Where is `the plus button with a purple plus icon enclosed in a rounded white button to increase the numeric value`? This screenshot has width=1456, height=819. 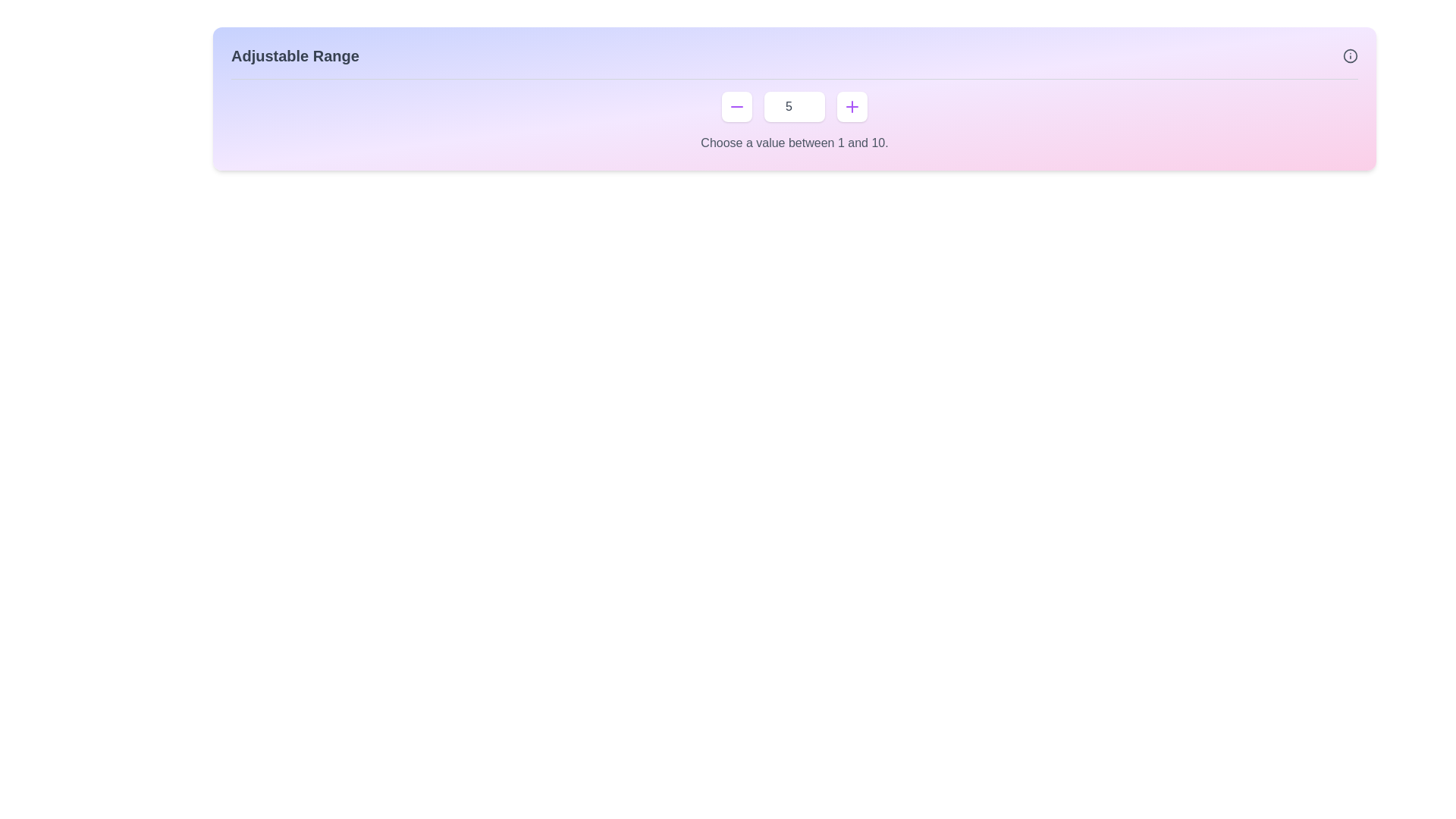
the plus button with a purple plus icon enclosed in a rounded white button to increase the numeric value is located at coordinates (852, 106).